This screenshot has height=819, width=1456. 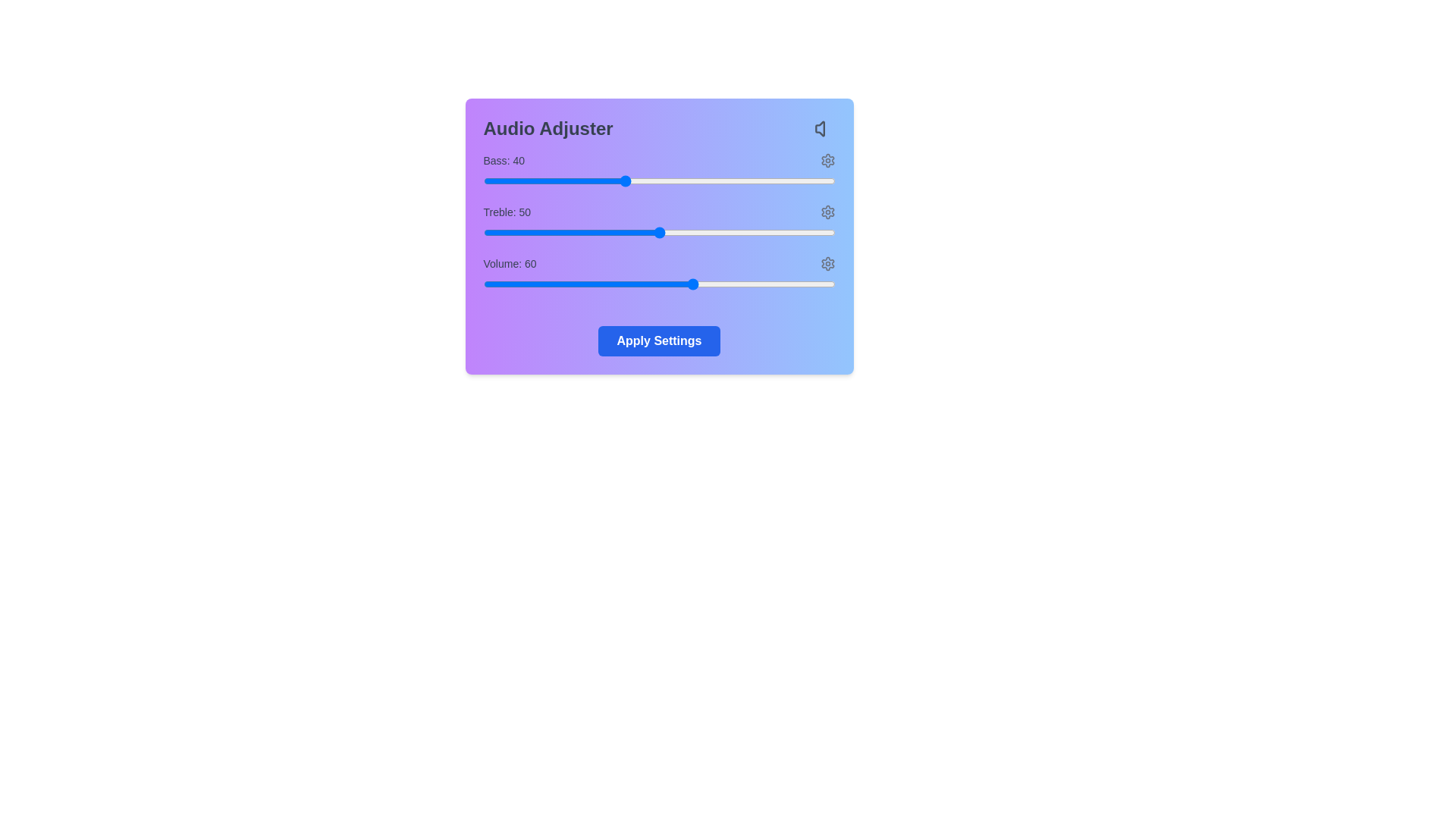 What do you see at coordinates (634, 174) in the screenshot?
I see `bass` at bounding box center [634, 174].